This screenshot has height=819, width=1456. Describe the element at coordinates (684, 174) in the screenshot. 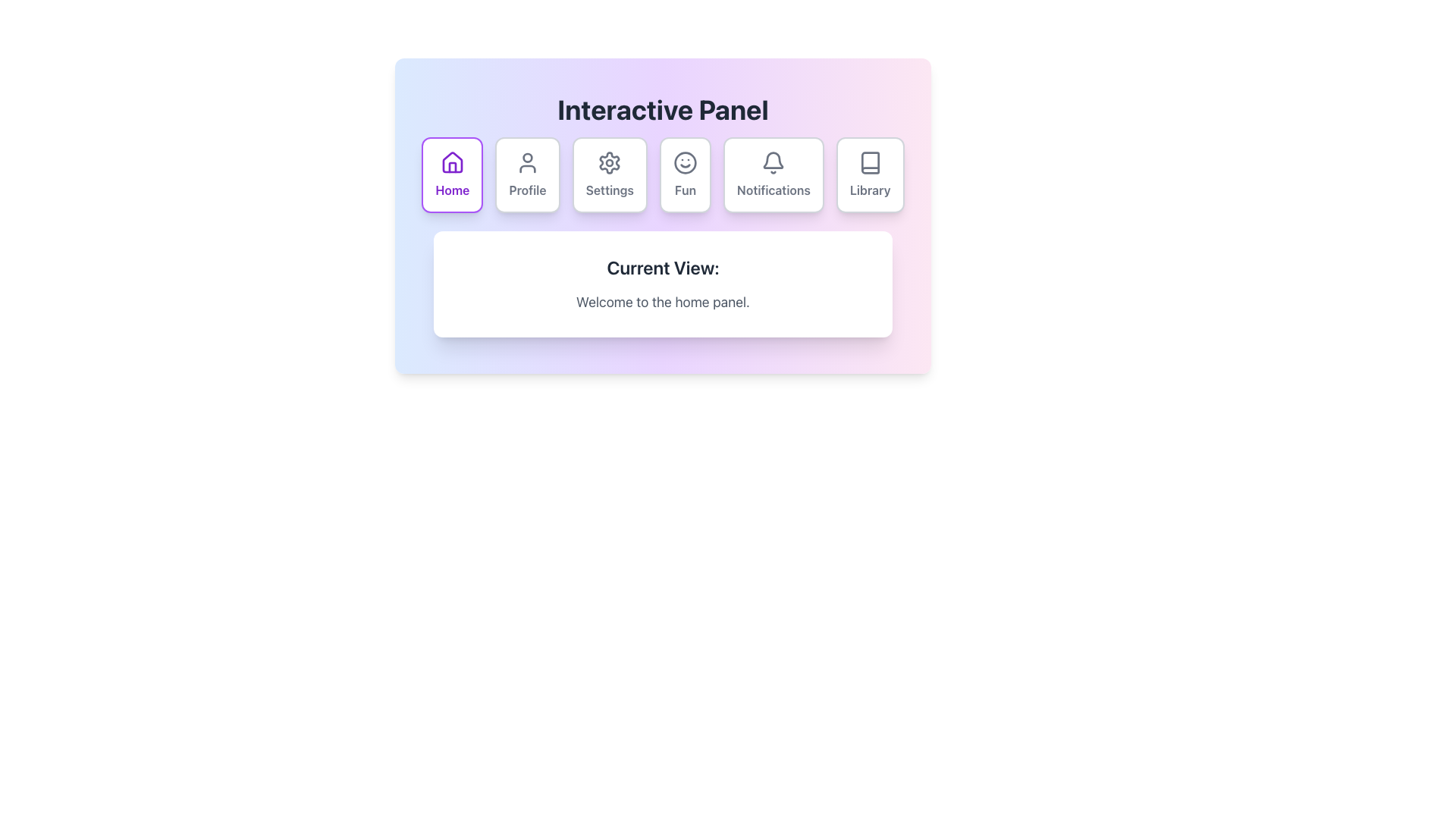

I see `the fourth button from the left in a row of six buttons, located below the 'Interactive Panel' heading` at that location.